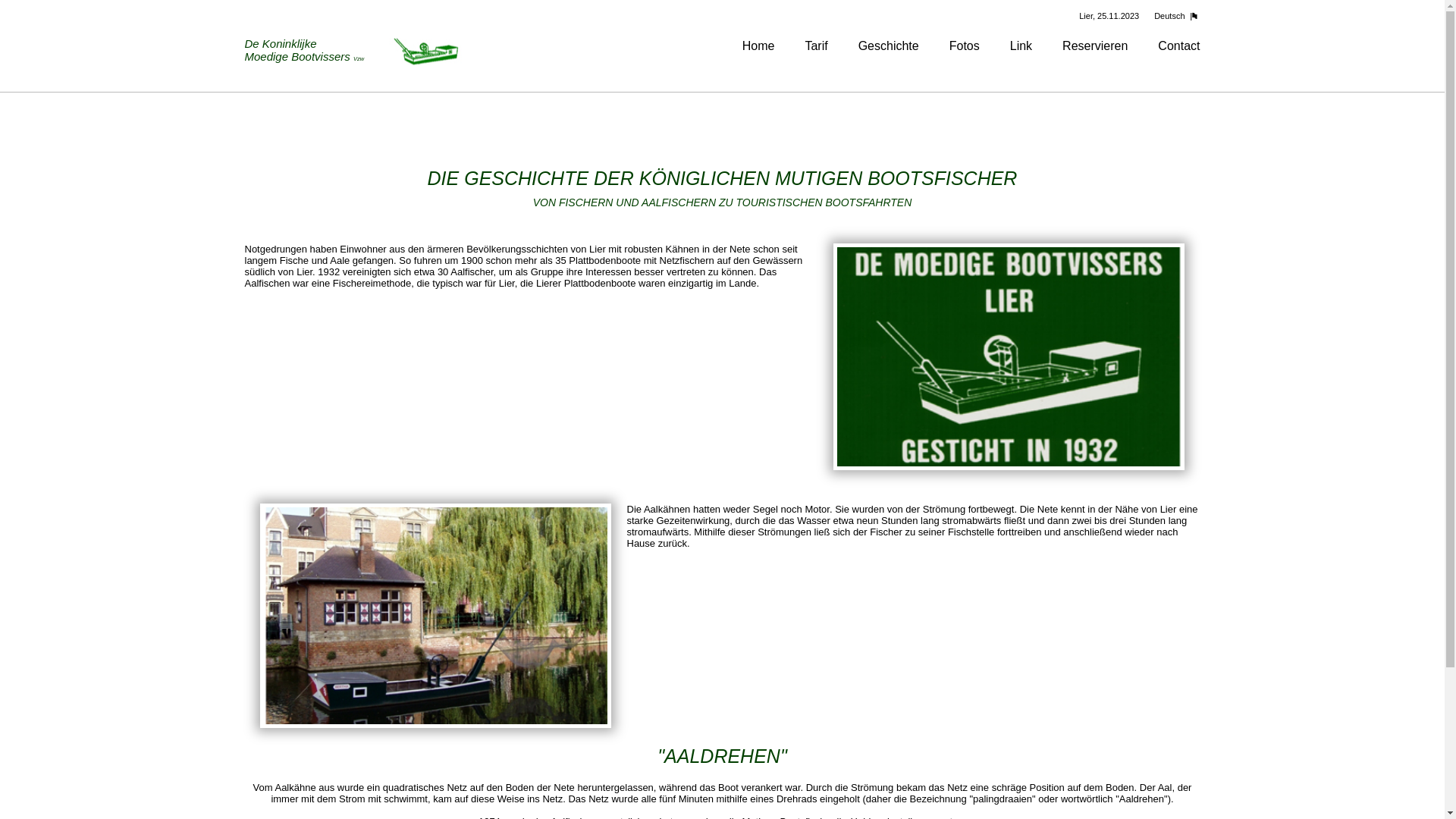 The width and height of the screenshot is (1456, 819). Describe the element at coordinates (1172, 15) in the screenshot. I see `'Deutsch'` at that location.